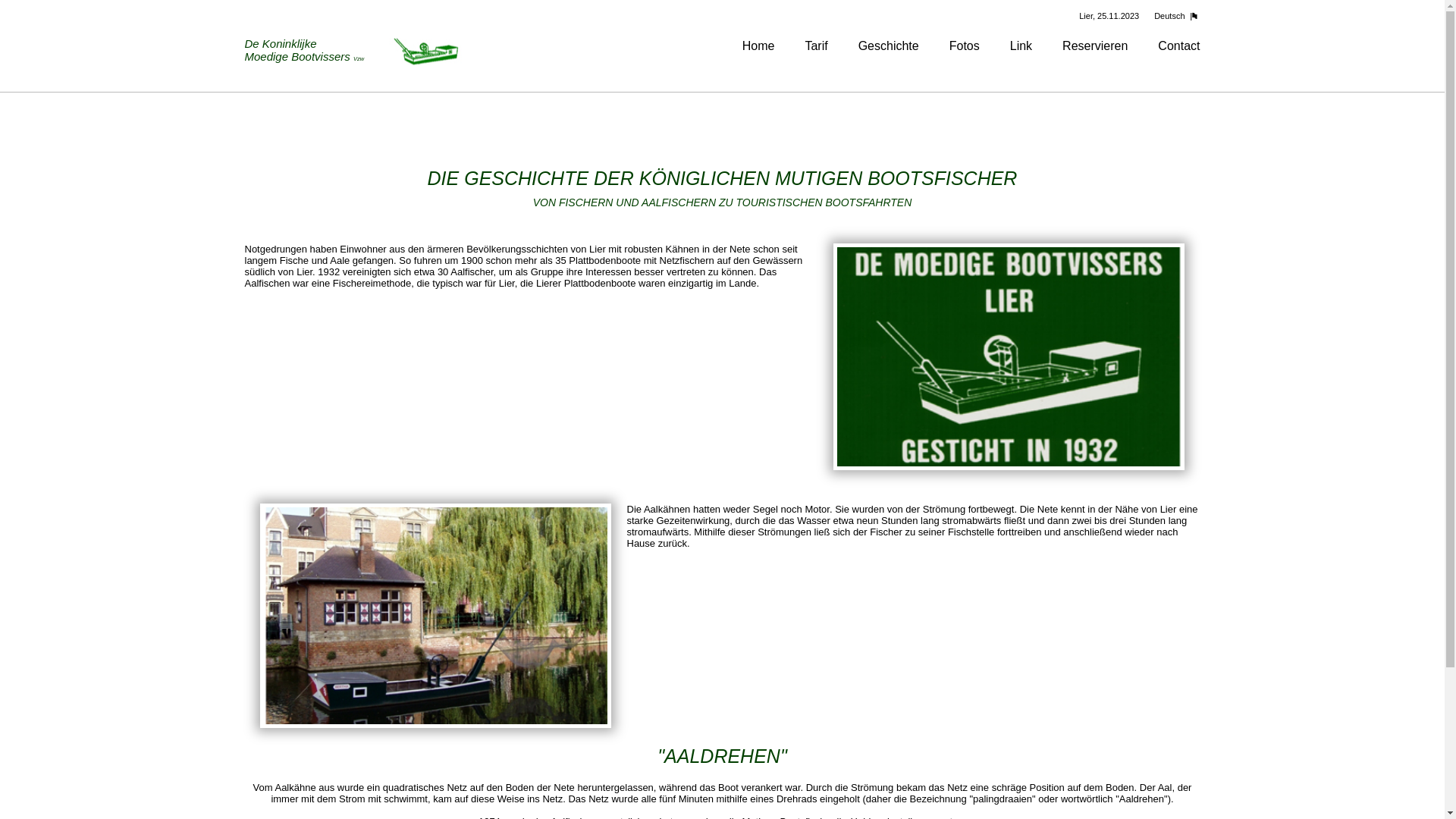 The width and height of the screenshot is (1456, 819). Describe the element at coordinates (1172, 15) in the screenshot. I see `'Deutsch'` at that location.